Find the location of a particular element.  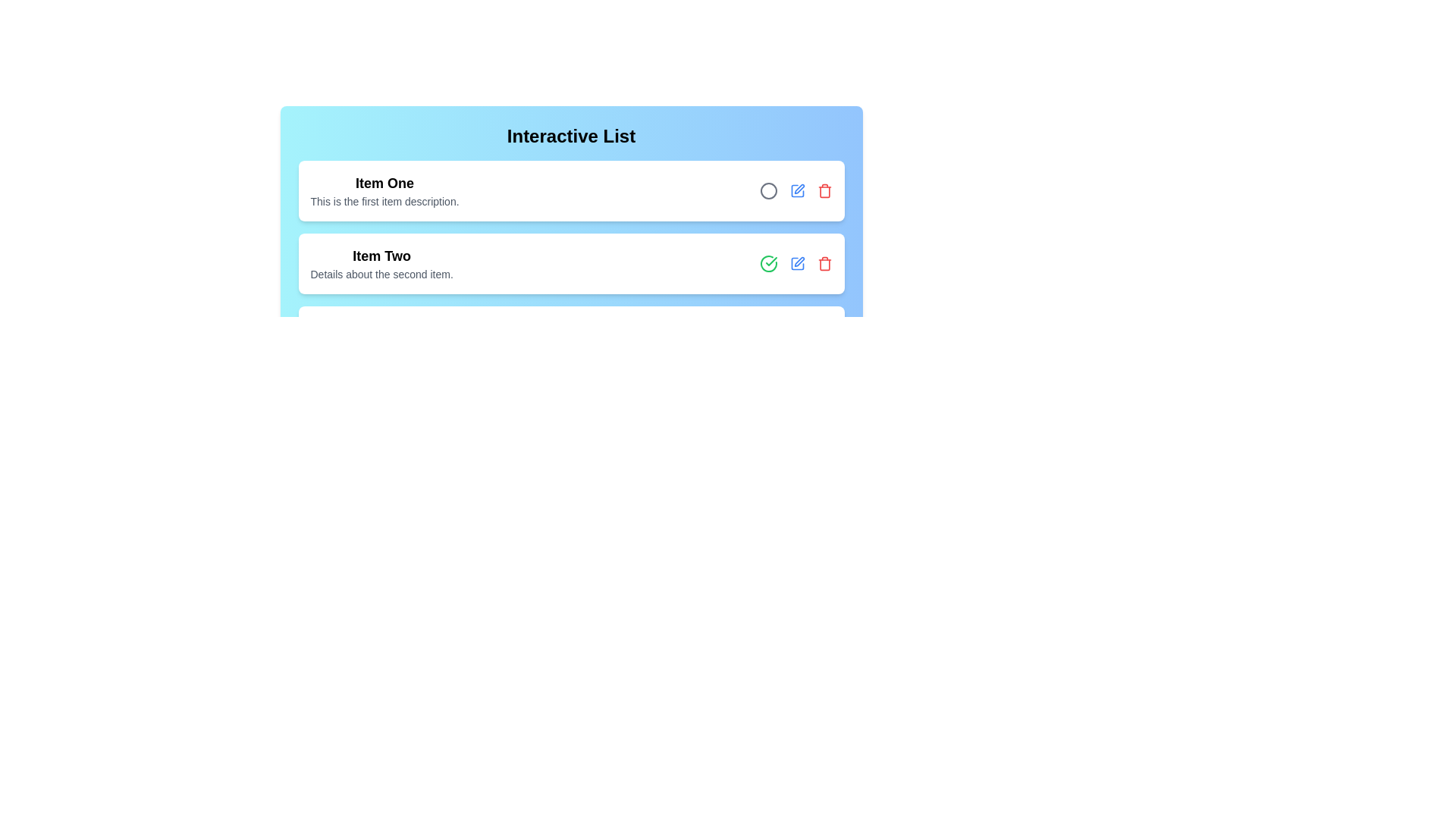

edit icon for the item Item One to edit its details is located at coordinates (796, 190).